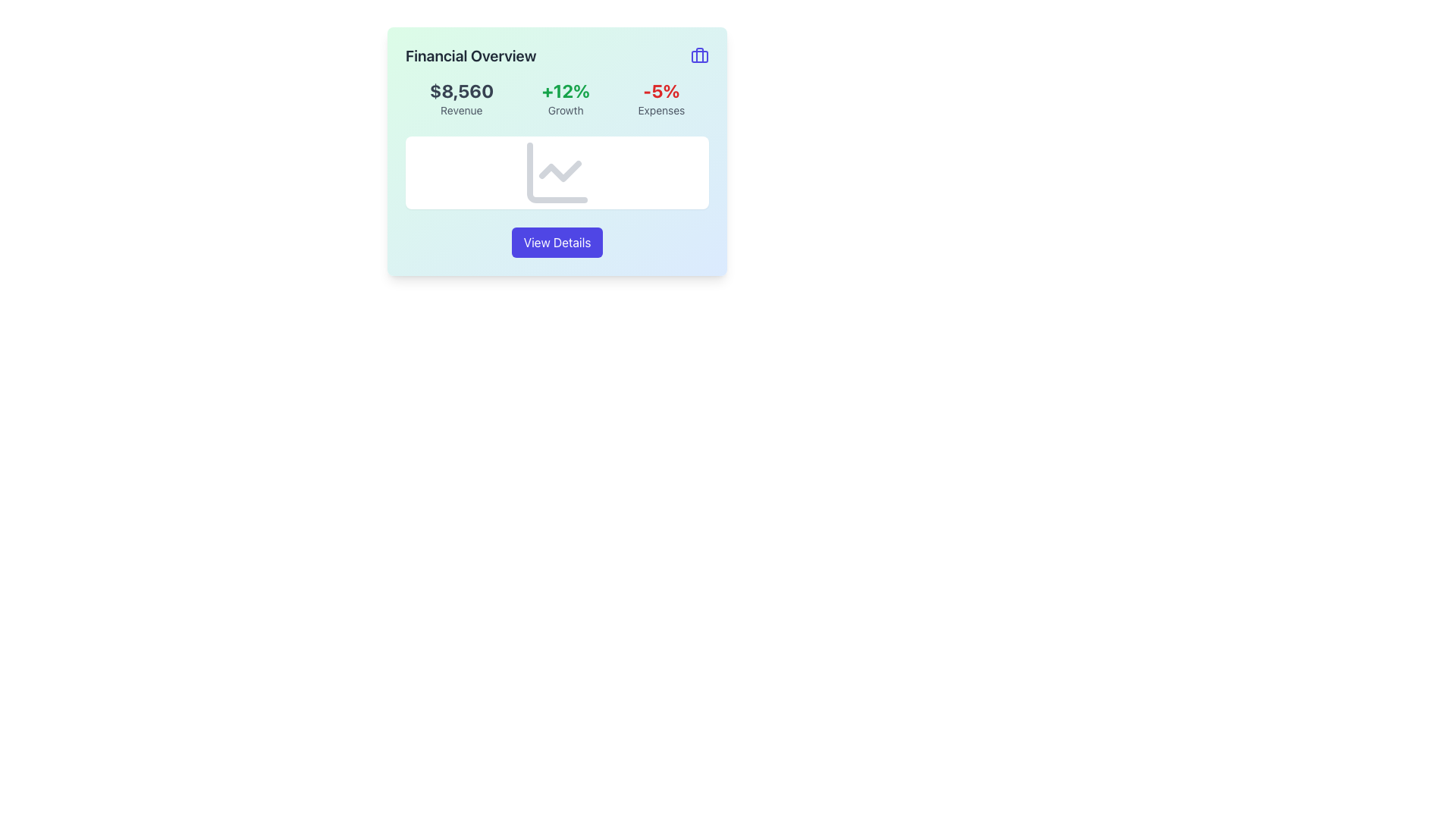 The image size is (1456, 819). Describe the element at coordinates (565, 90) in the screenshot. I see `the green text element displaying '+12%' in a bold, large font style, located under the 'Financial Overview' title, positioned between 'Revenue' and 'Expenses'` at that location.